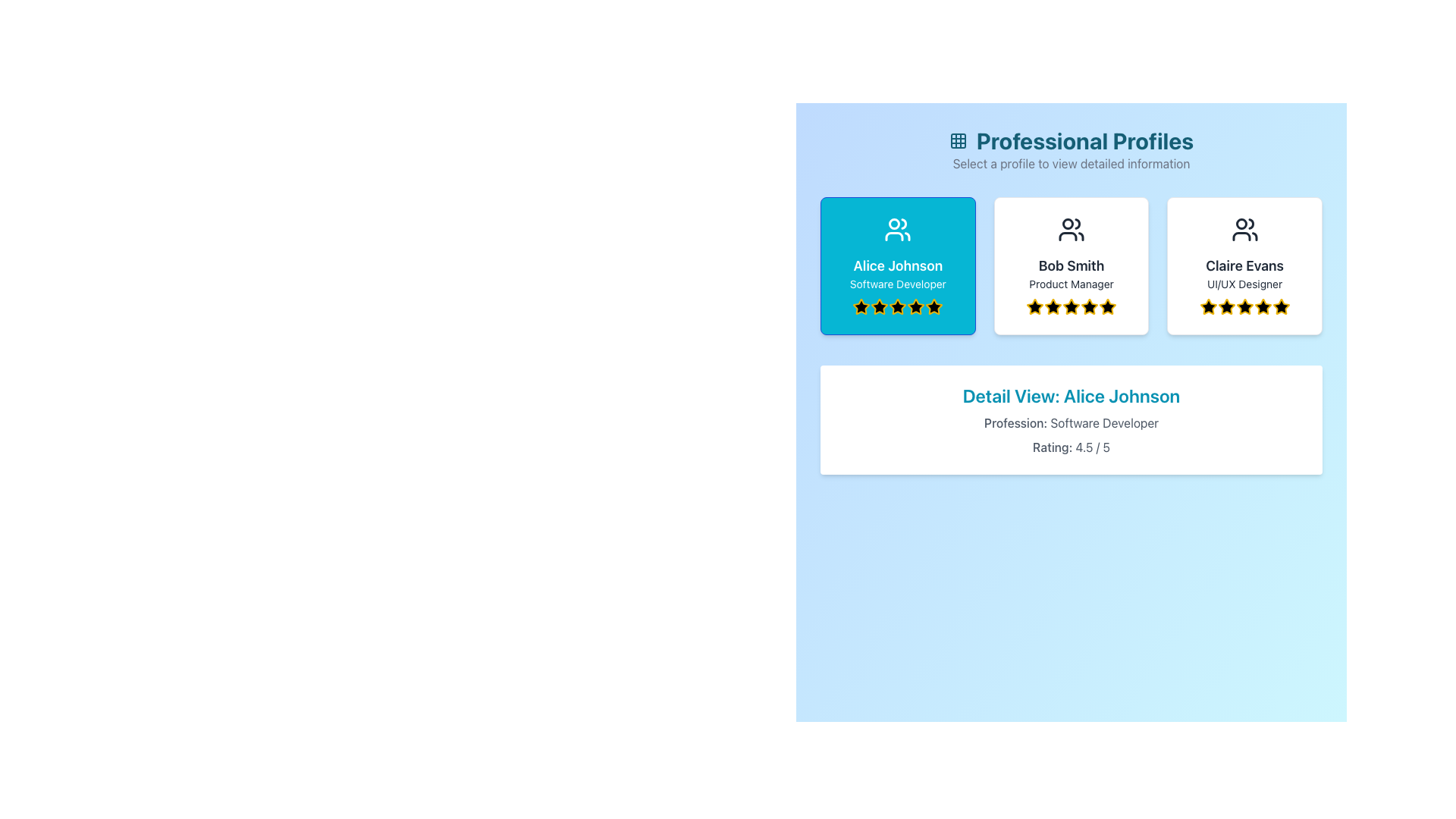 The image size is (1456, 819). What do you see at coordinates (894, 224) in the screenshot?
I see `the decorative graphical element representing users in the profile card of 'Alice Johnson', located at the top-left corner of the user's head within the icon` at bounding box center [894, 224].